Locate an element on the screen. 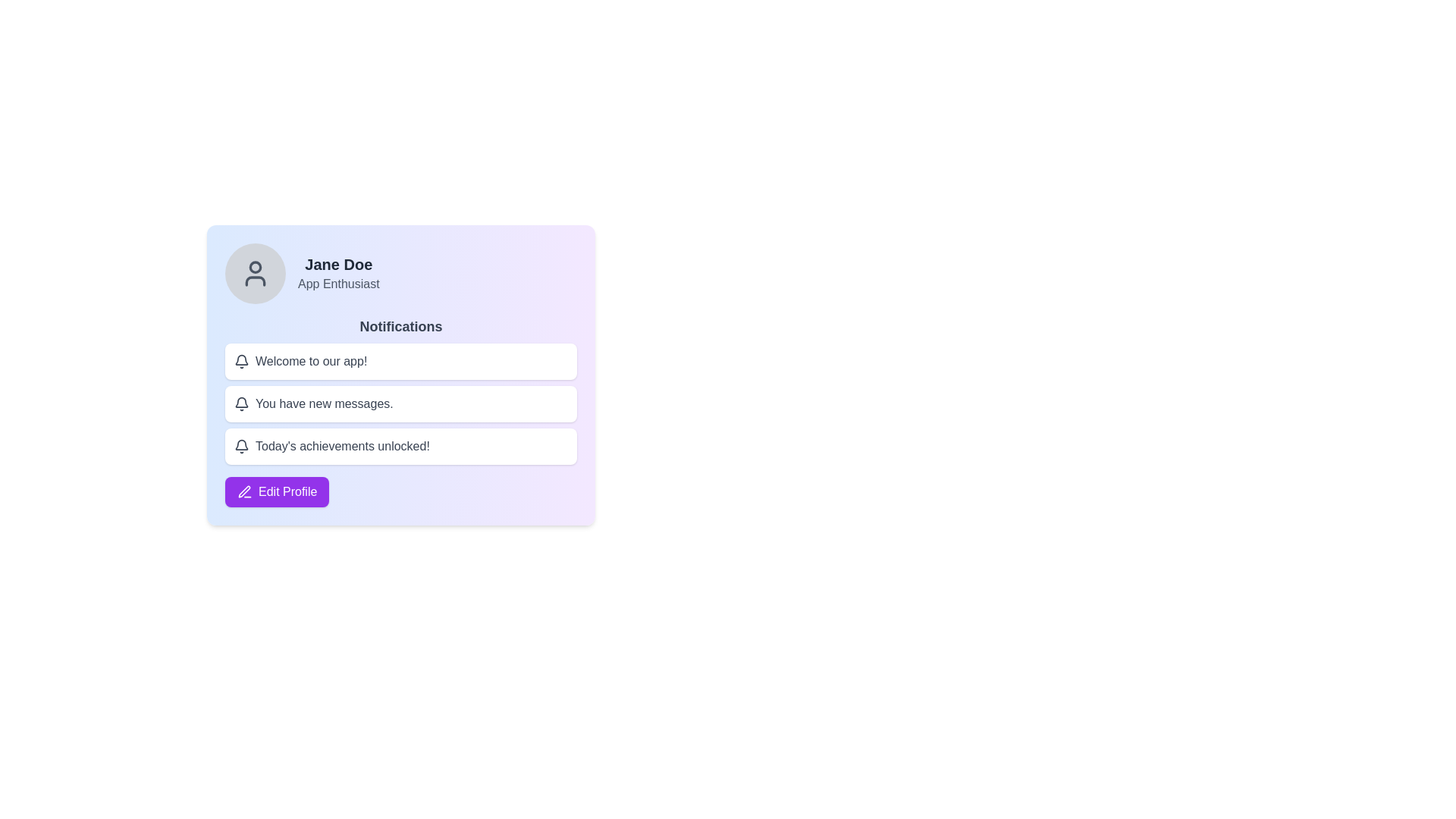 This screenshot has height=819, width=1456. the user profile icon, which is a gray silhouette located in a circular button at the top-left corner of the card, adjacent to the user's name Jane Doe is located at coordinates (255, 274).